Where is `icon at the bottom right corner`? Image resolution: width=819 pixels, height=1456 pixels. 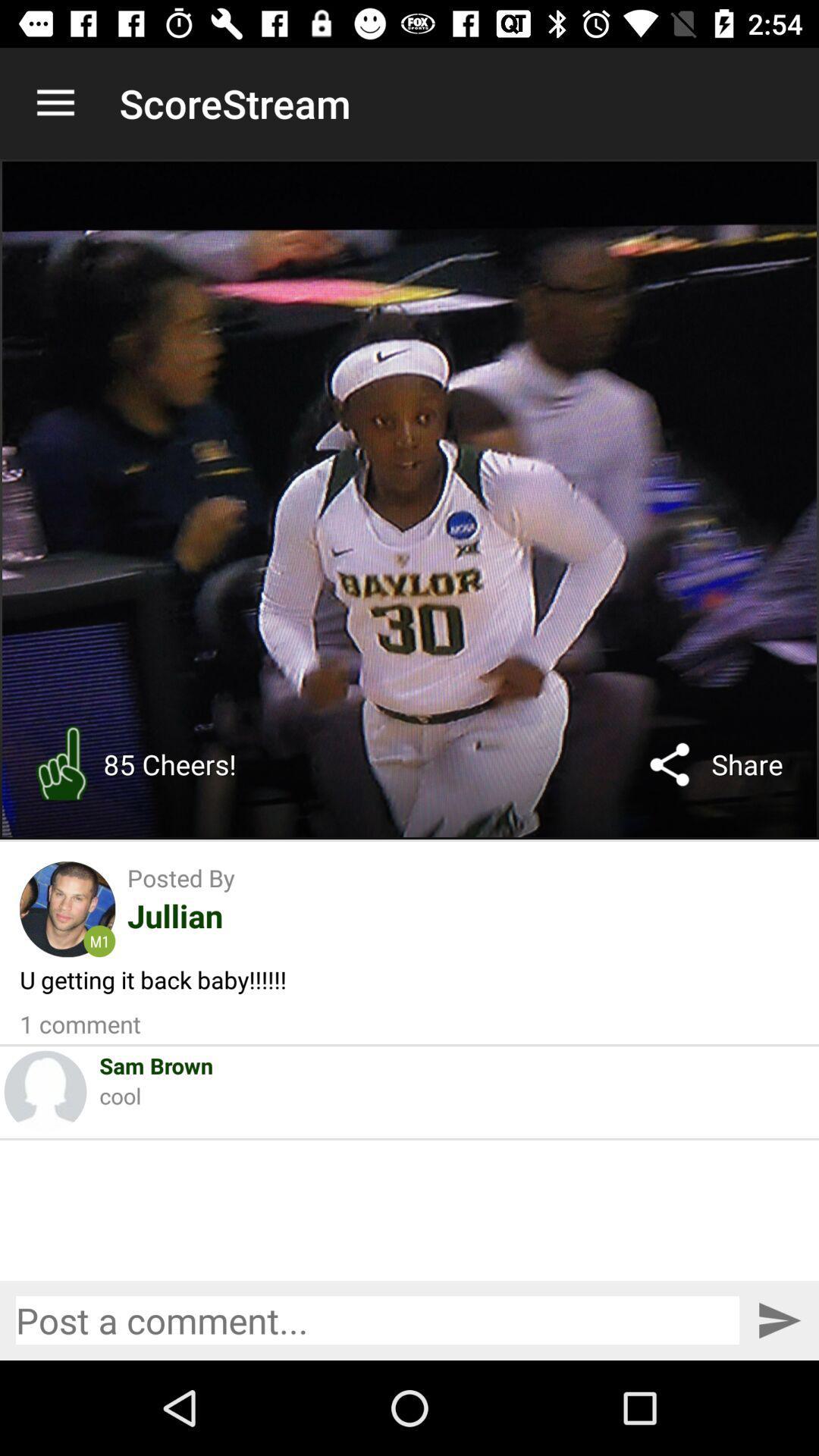 icon at the bottom right corner is located at coordinates (779, 1319).